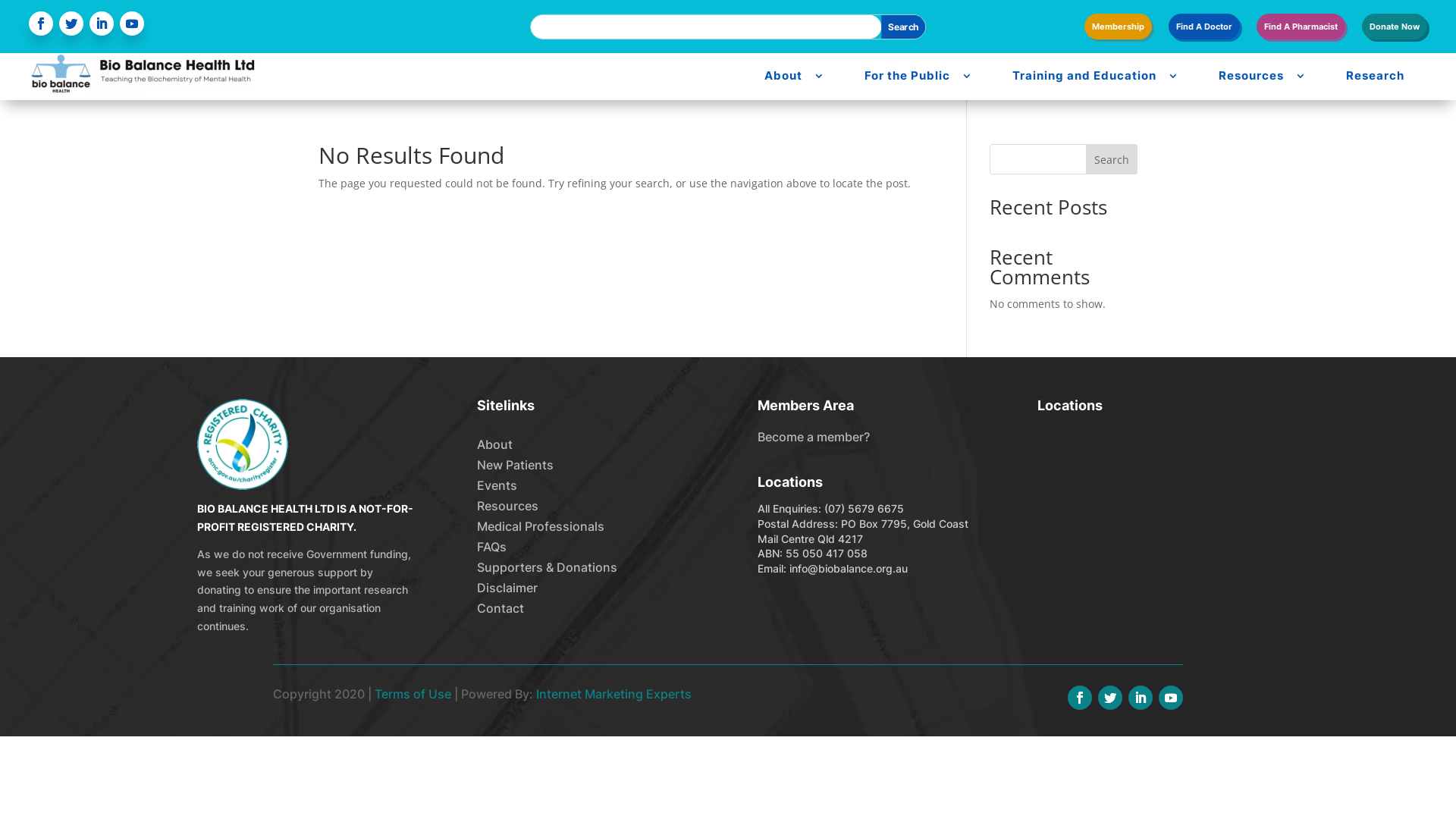 Image resolution: width=1456 pixels, height=819 pixels. I want to click on 'Disclaimer', so click(507, 587).